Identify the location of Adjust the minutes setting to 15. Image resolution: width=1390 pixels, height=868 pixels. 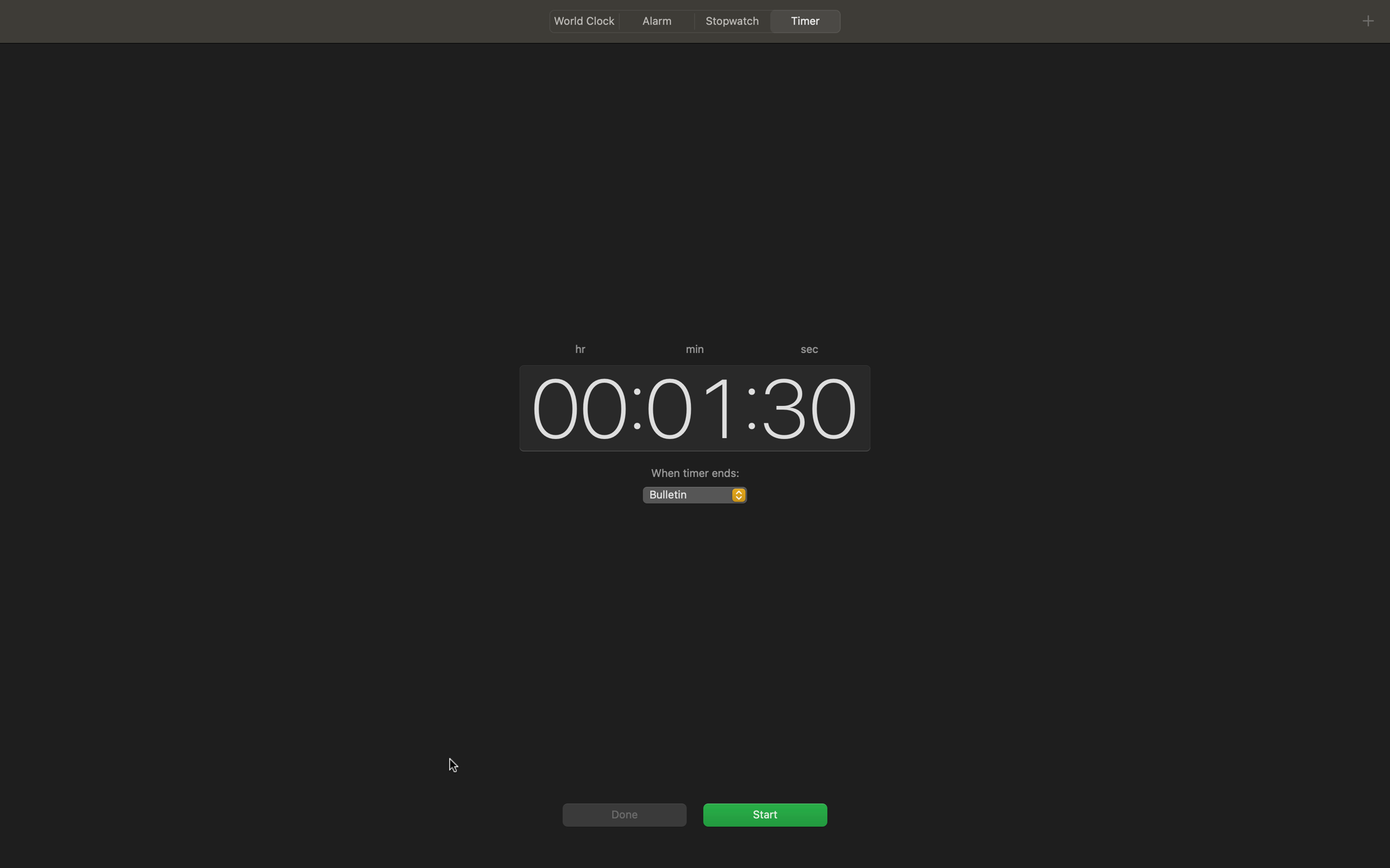
(690, 406).